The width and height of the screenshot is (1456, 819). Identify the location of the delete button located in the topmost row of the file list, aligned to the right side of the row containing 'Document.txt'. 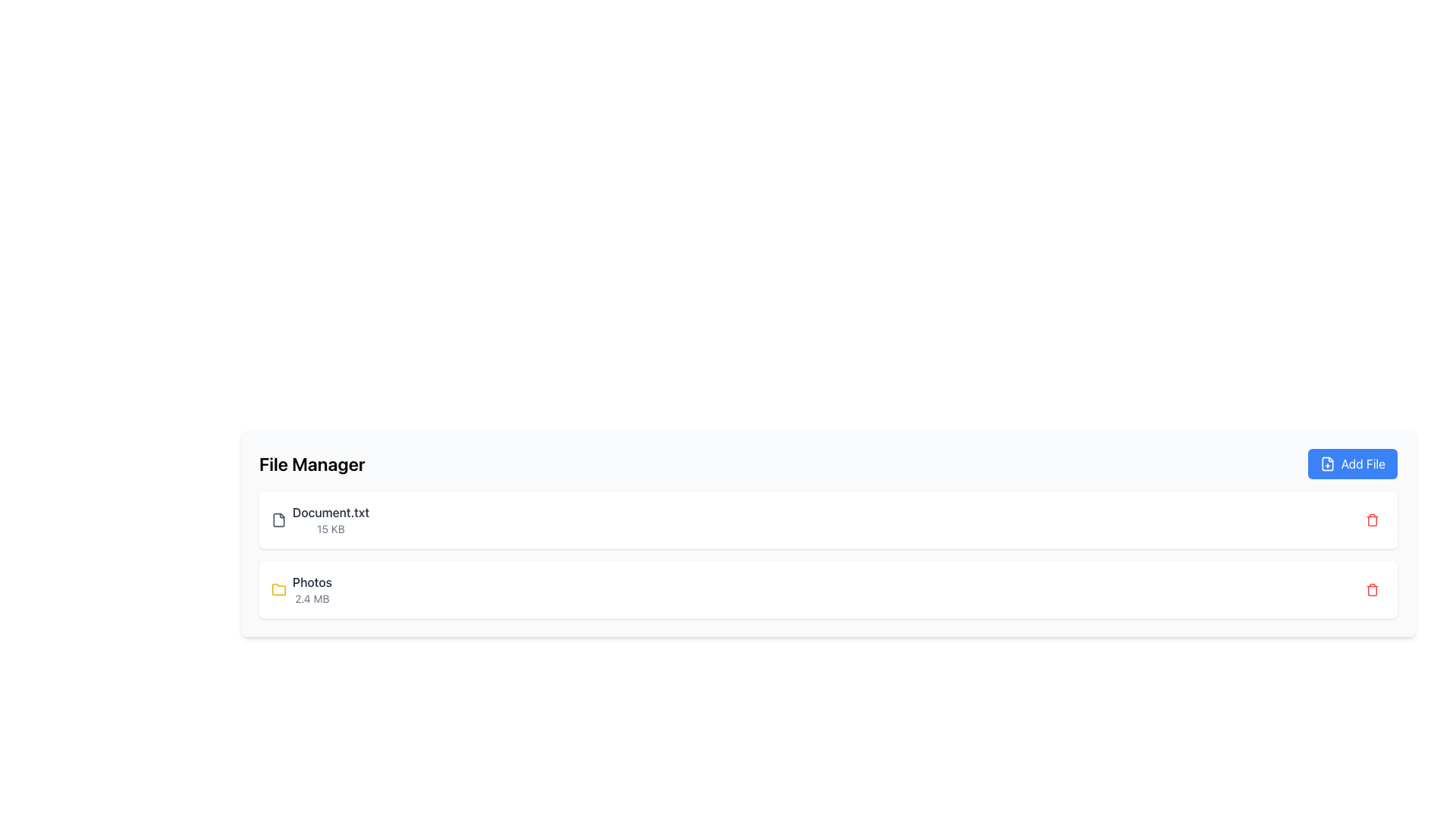
(1372, 519).